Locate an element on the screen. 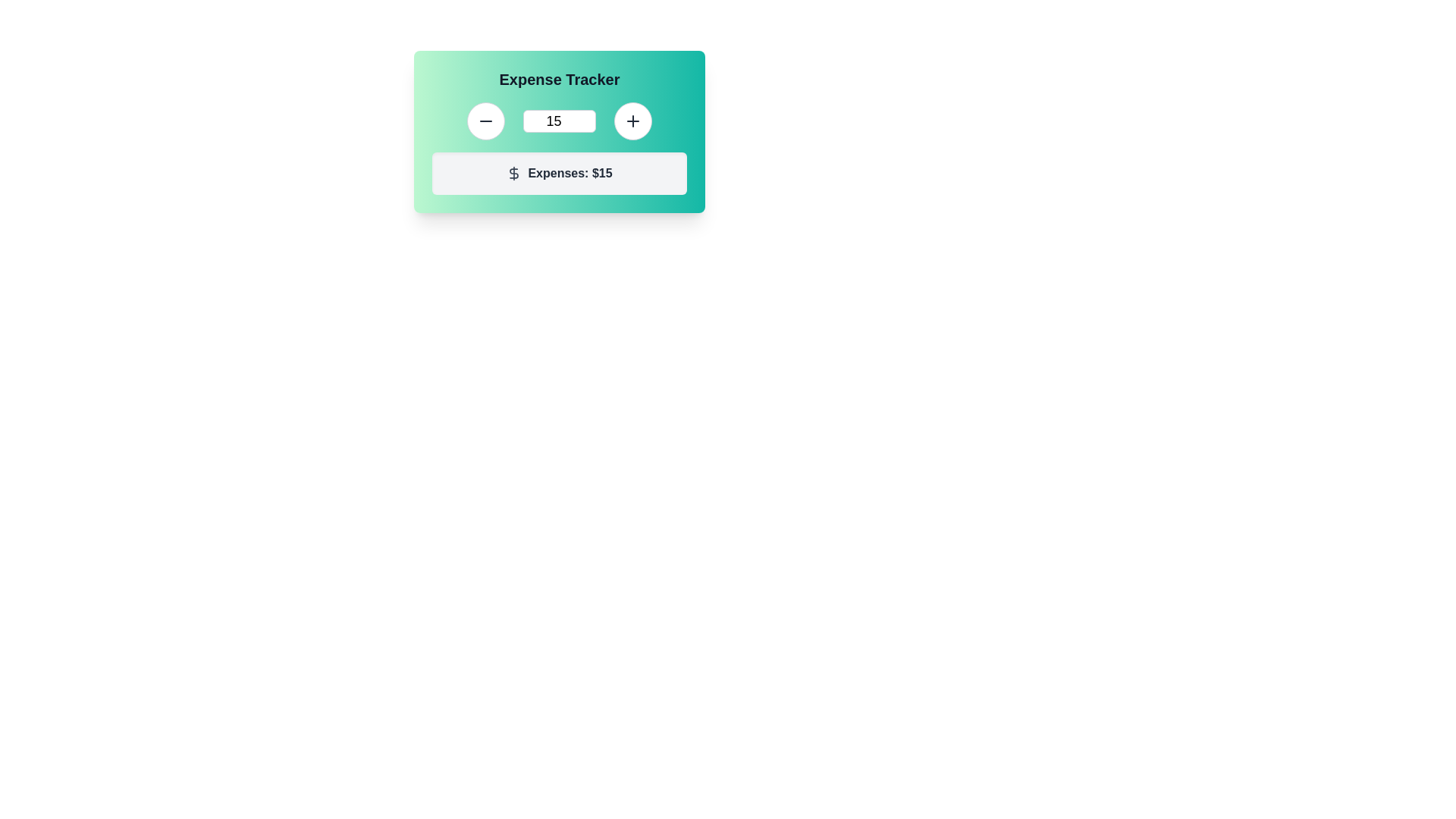 The width and height of the screenshot is (1456, 819). the informational display label that indicates the current expense value, located in the lower section of the 'Expense Tracker' panel, to the right of the dollar sign icon is located at coordinates (570, 172).